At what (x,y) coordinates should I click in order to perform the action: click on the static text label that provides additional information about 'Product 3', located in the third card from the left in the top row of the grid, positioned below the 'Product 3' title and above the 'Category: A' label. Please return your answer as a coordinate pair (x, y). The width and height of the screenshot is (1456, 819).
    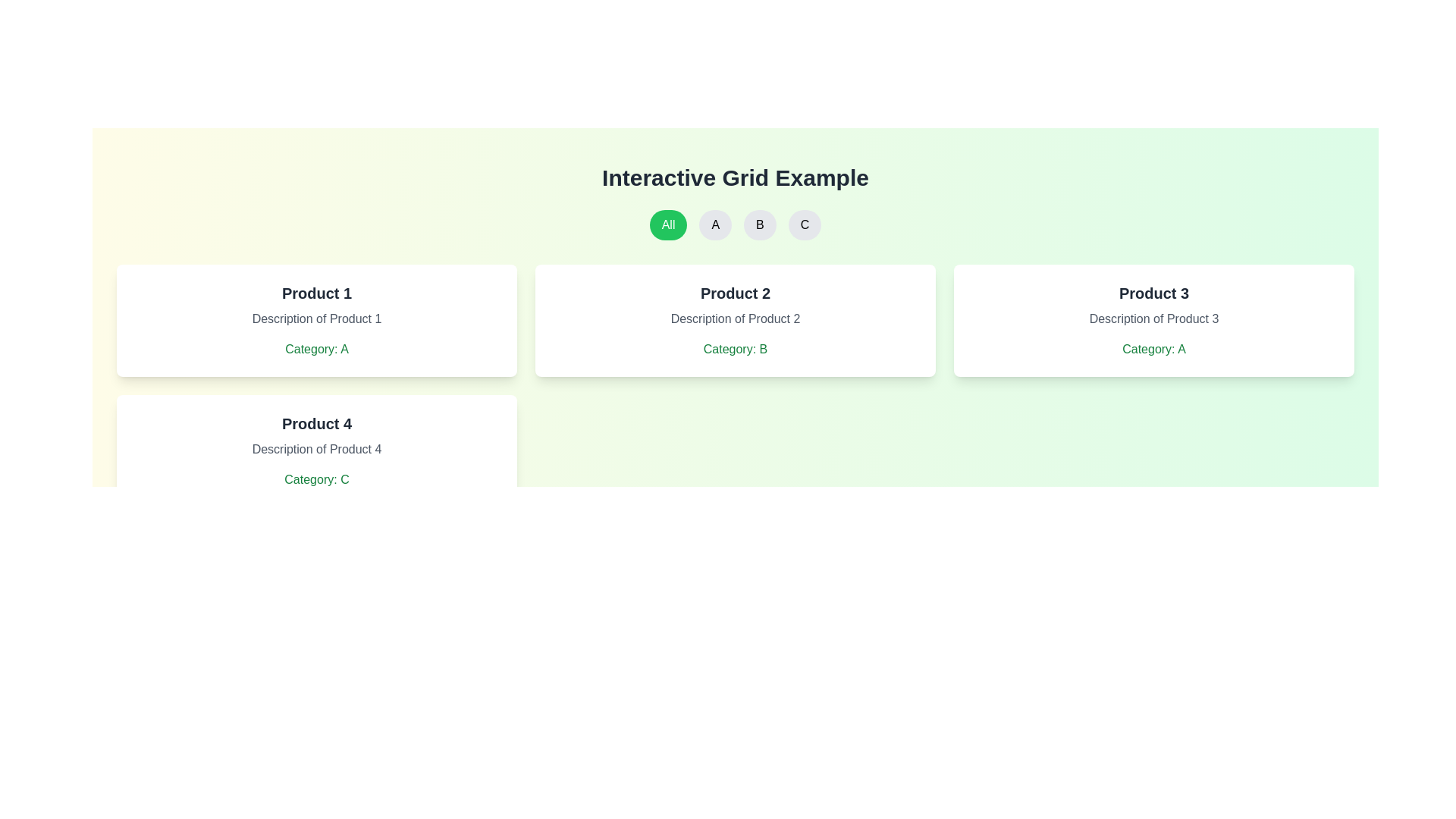
    Looking at the image, I should click on (1153, 318).